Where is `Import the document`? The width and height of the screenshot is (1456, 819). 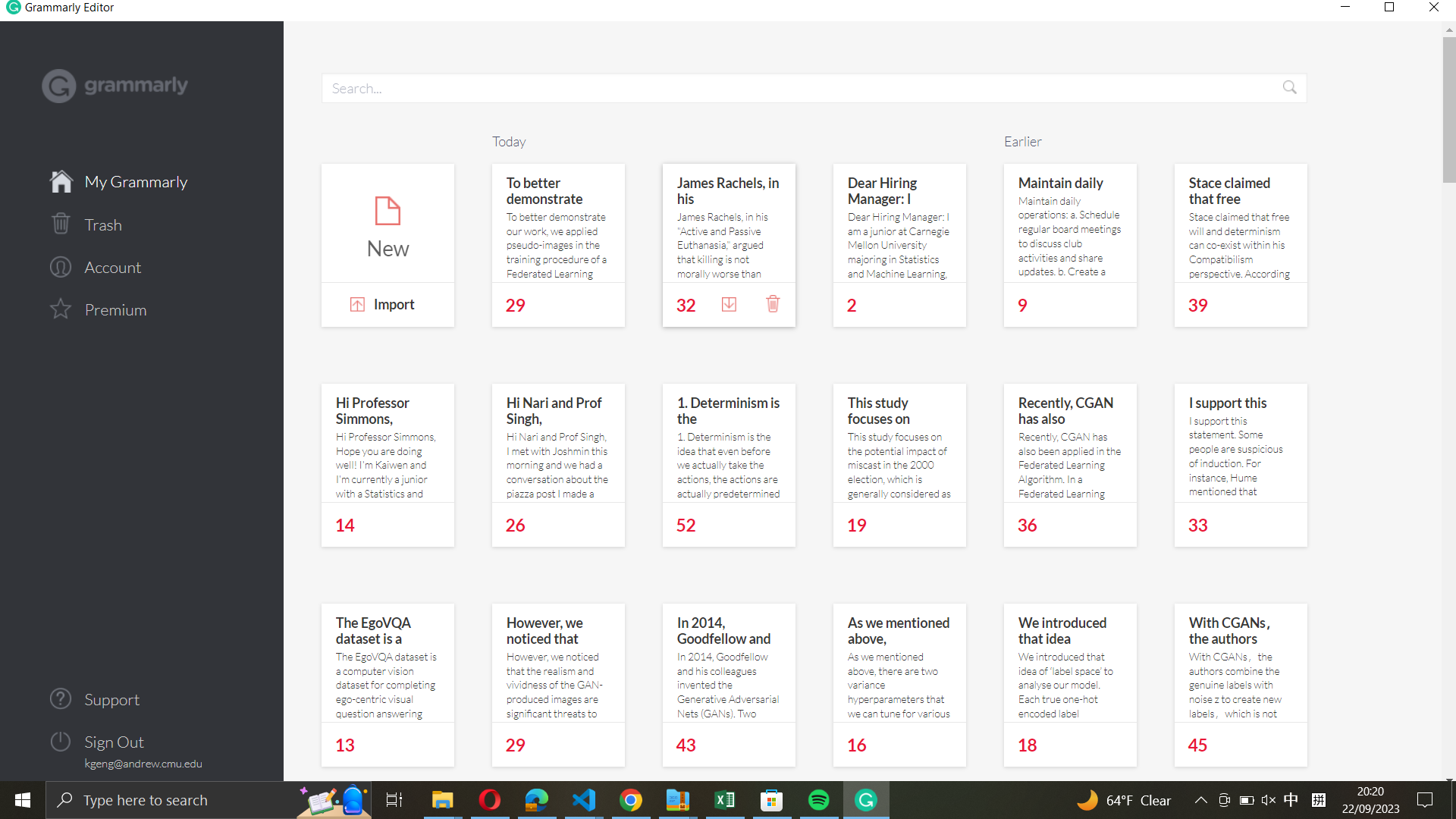 Import the document is located at coordinates (387, 306).